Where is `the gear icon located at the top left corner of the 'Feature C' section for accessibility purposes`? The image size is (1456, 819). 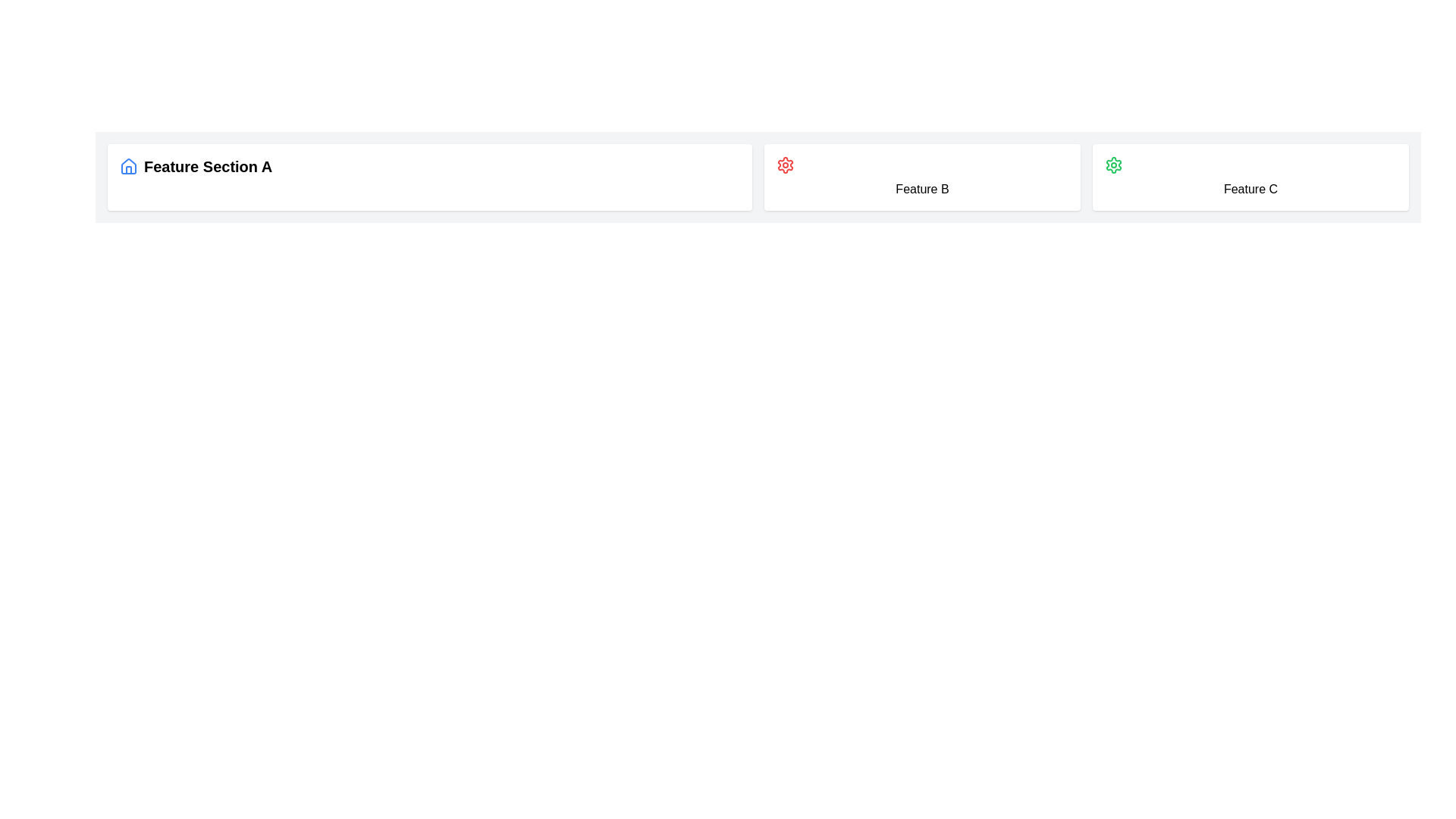 the gear icon located at the top left corner of the 'Feature C' section for accessibility purposes is located at coordinates (1113, 165).